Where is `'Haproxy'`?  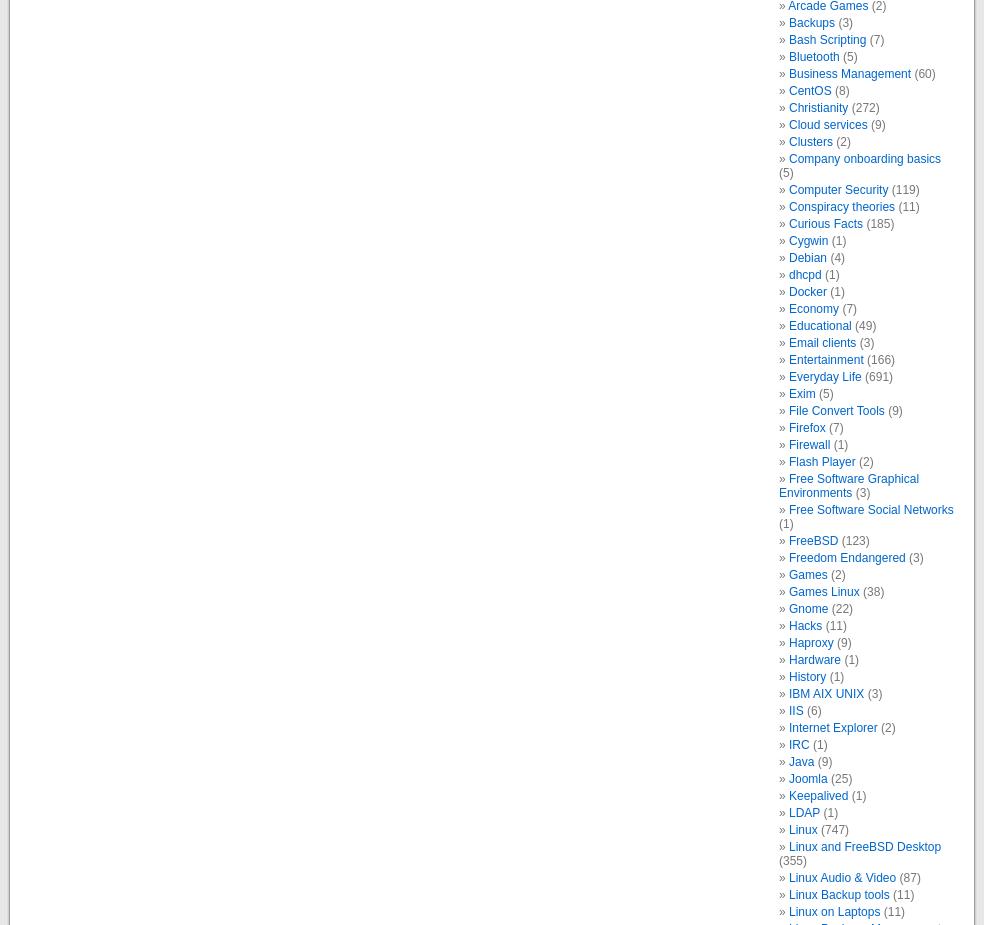 'Haproxy' is located at coordinates (810, 642).